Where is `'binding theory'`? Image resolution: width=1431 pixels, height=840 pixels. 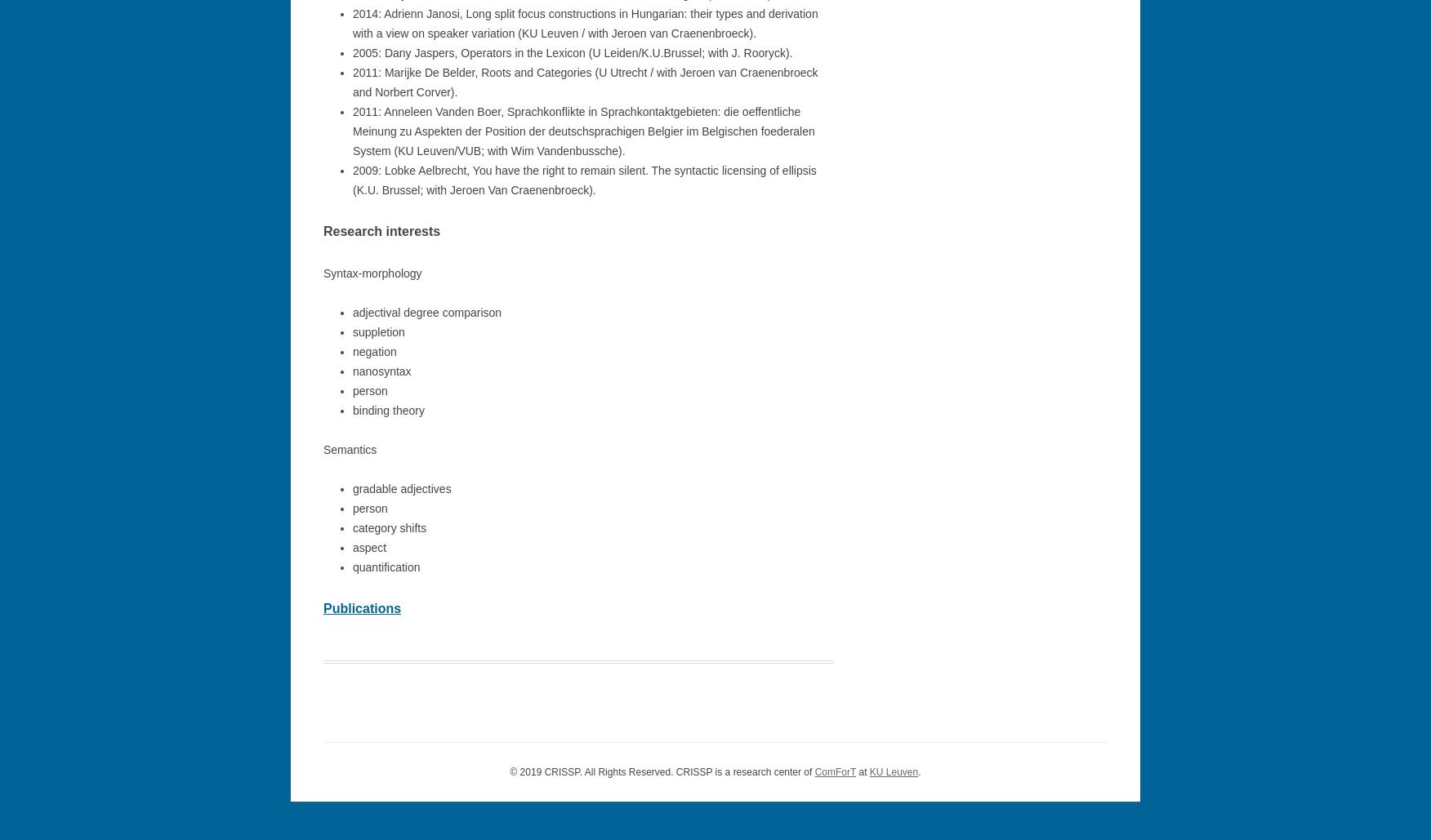
'binding theory' is located at coordinates (388, 410).